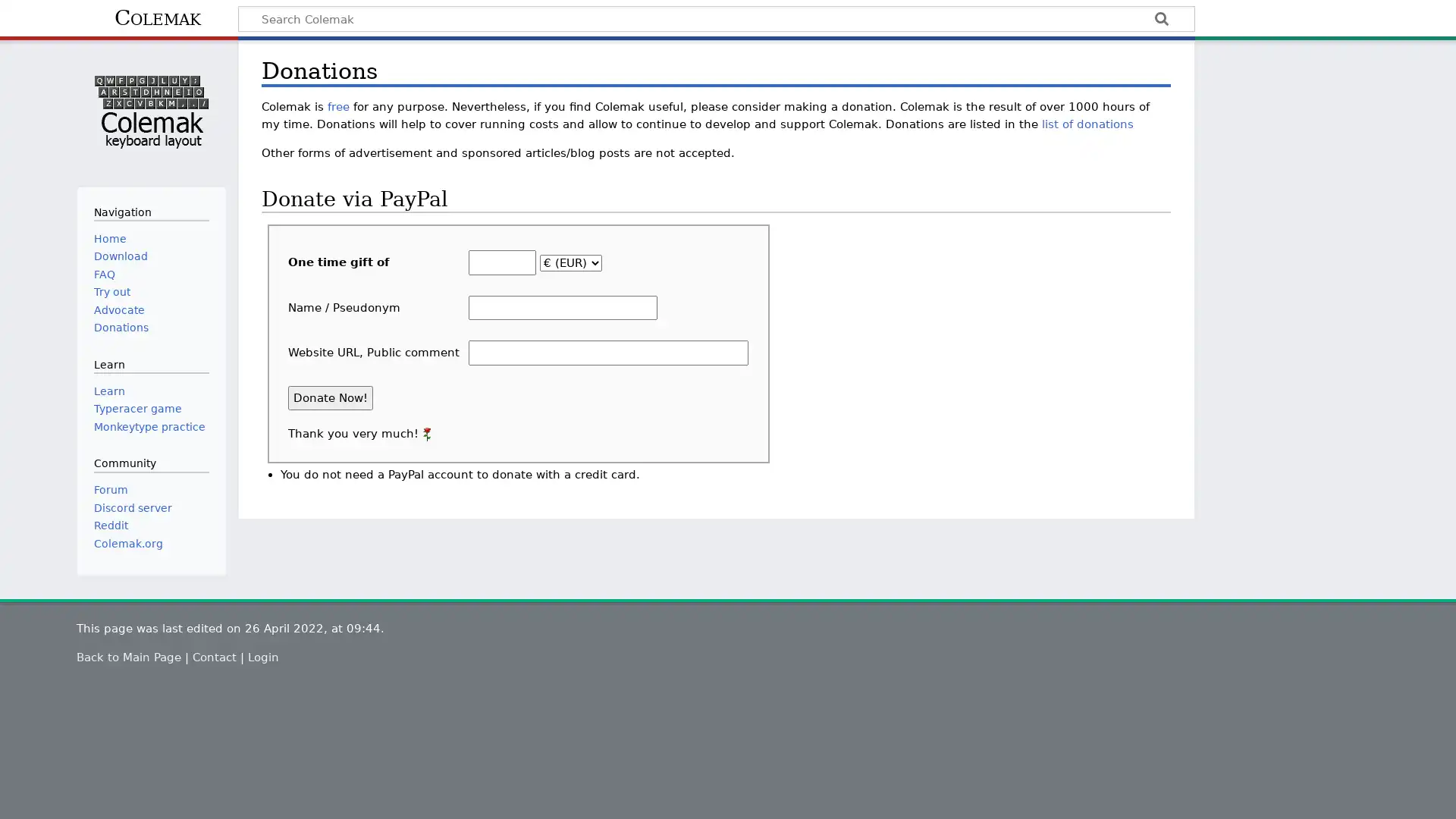 The height and width of the screenshot is (819, 1456). What do you see at coordinates (330, 397) in the screenshot?
I see `Donate Now!` at bounding box center [330, 397].